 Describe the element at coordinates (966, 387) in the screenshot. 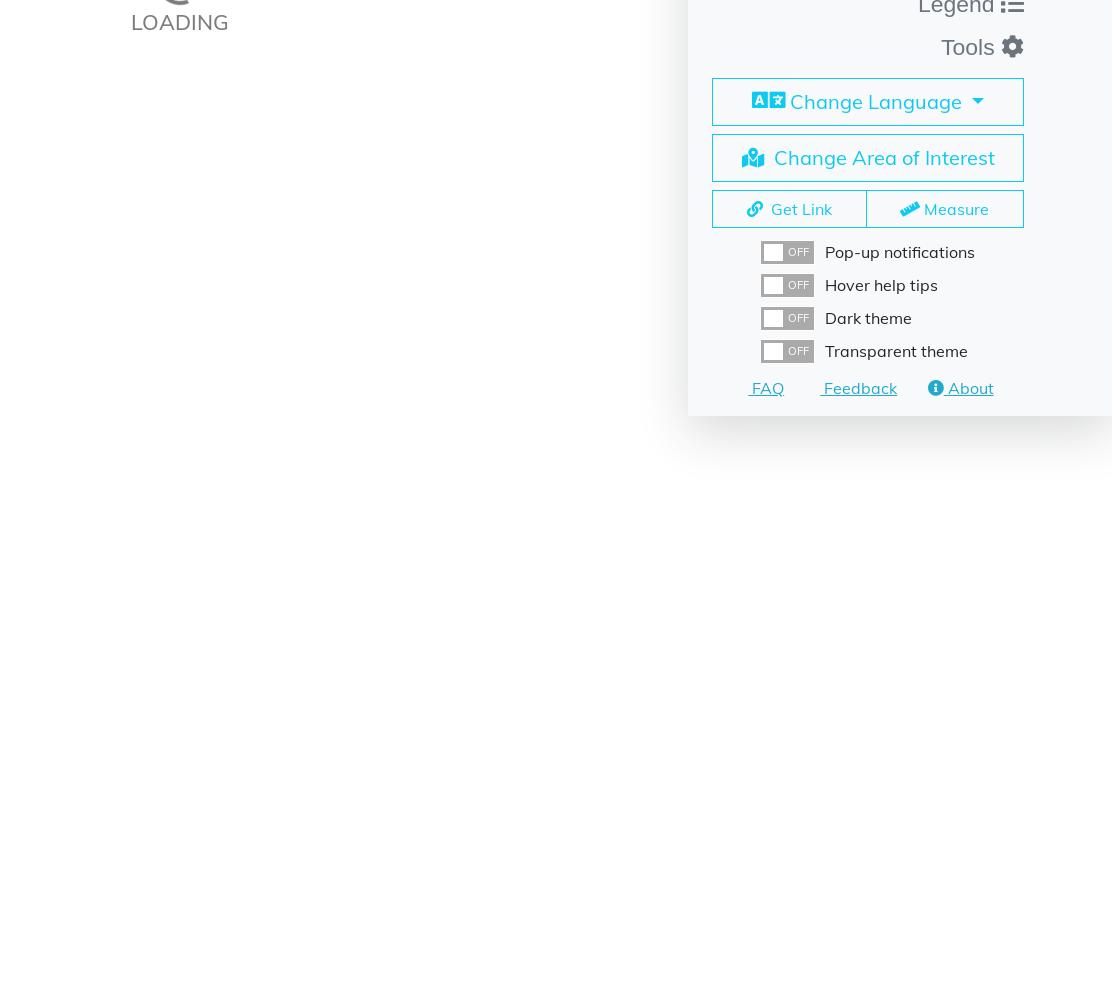

I see `'About'` at that location.